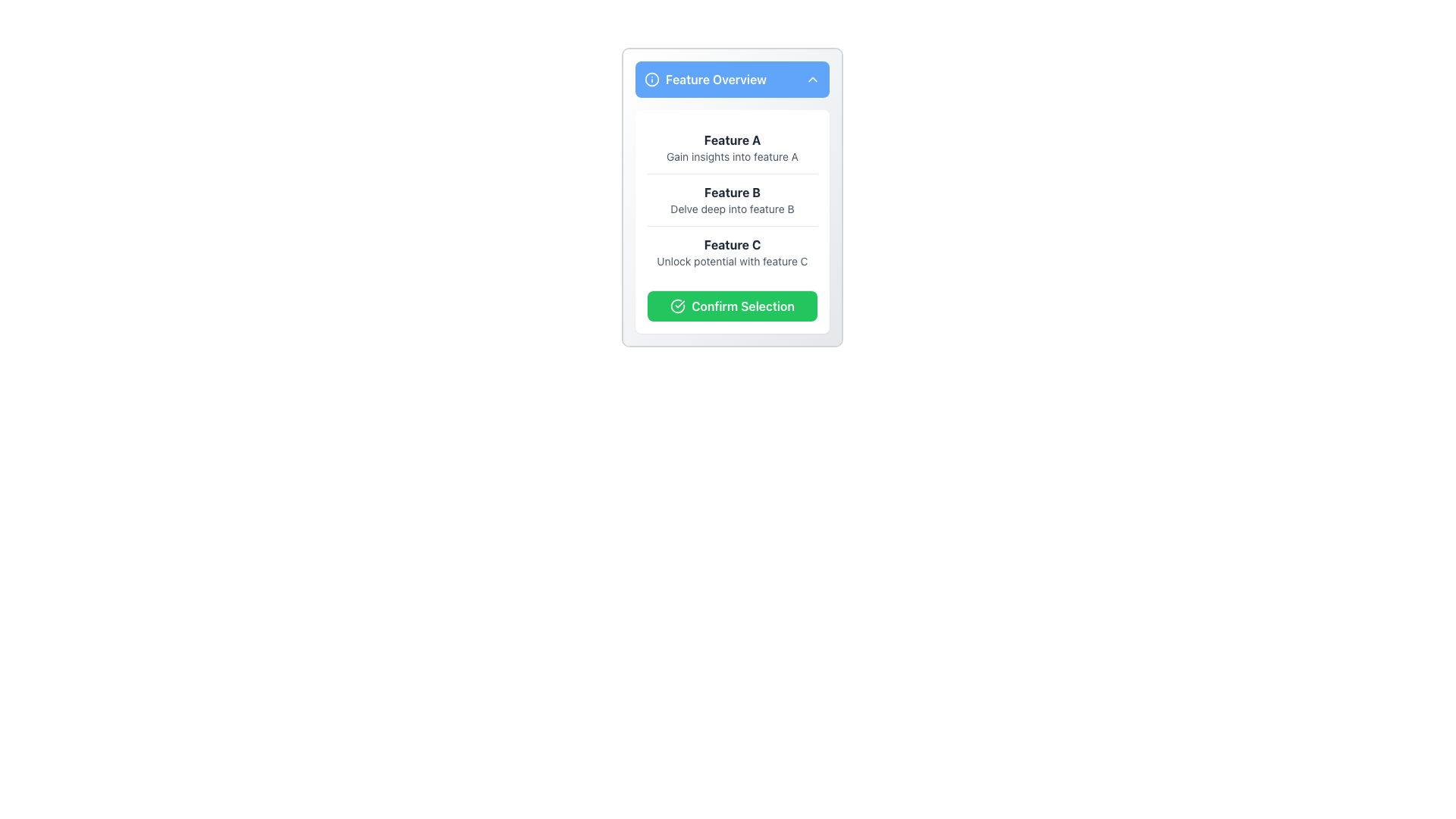 Image resolution: width=1456 pixels, height=819 pixels. What do you see at coordinates (677, 306) in the screenshot?
I see `the arc-shaped segment within the green circle icon of the 'Confirm Selection' button, located at the bottom of the dialog box` at bounding box center [677, 306].